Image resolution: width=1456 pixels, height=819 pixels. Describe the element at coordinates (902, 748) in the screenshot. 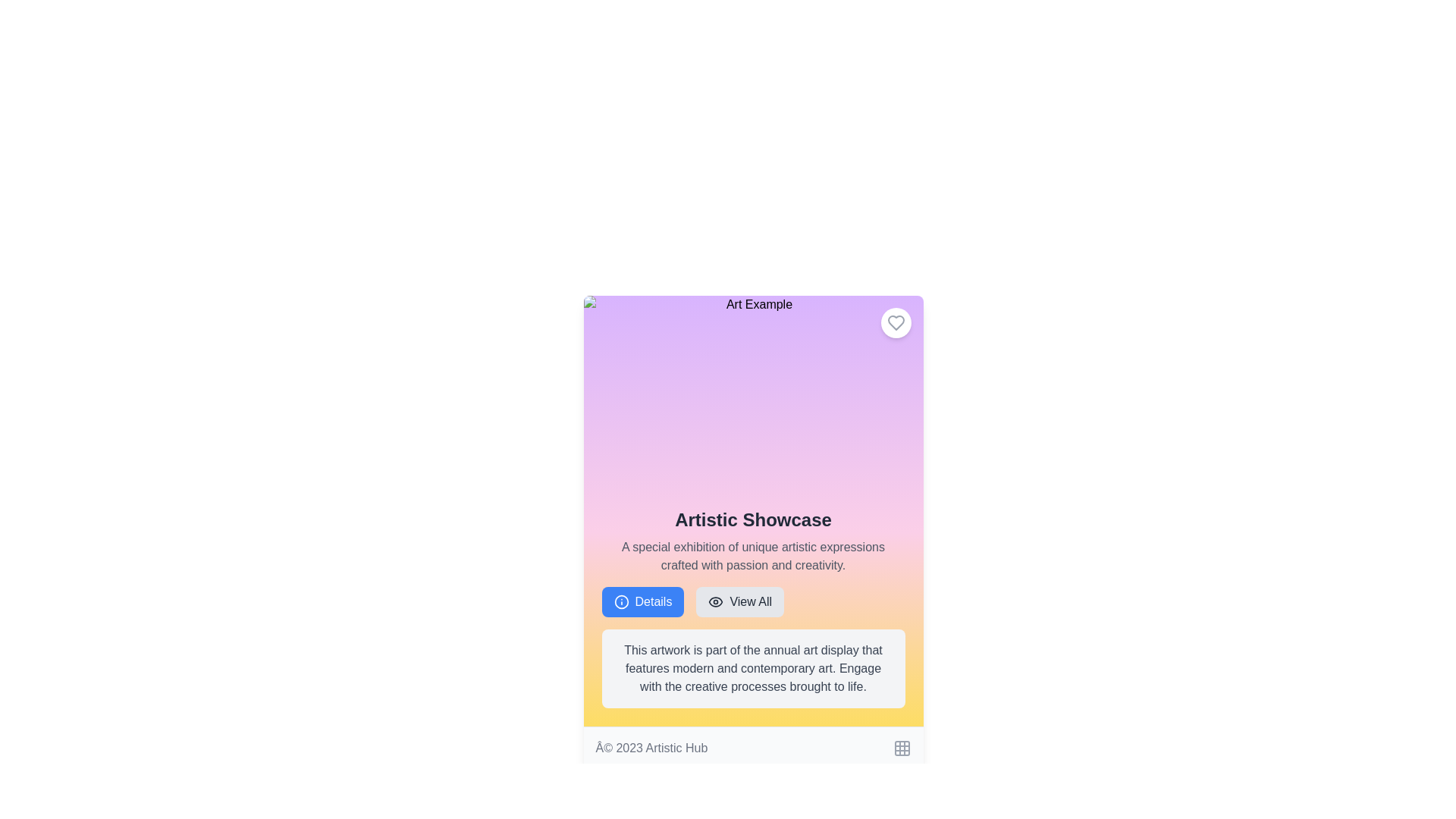

I see `the navigation icon located in the bottom-right corner of the footer, adjacent to the text '© 2023 Artistic Hub'` at that location.